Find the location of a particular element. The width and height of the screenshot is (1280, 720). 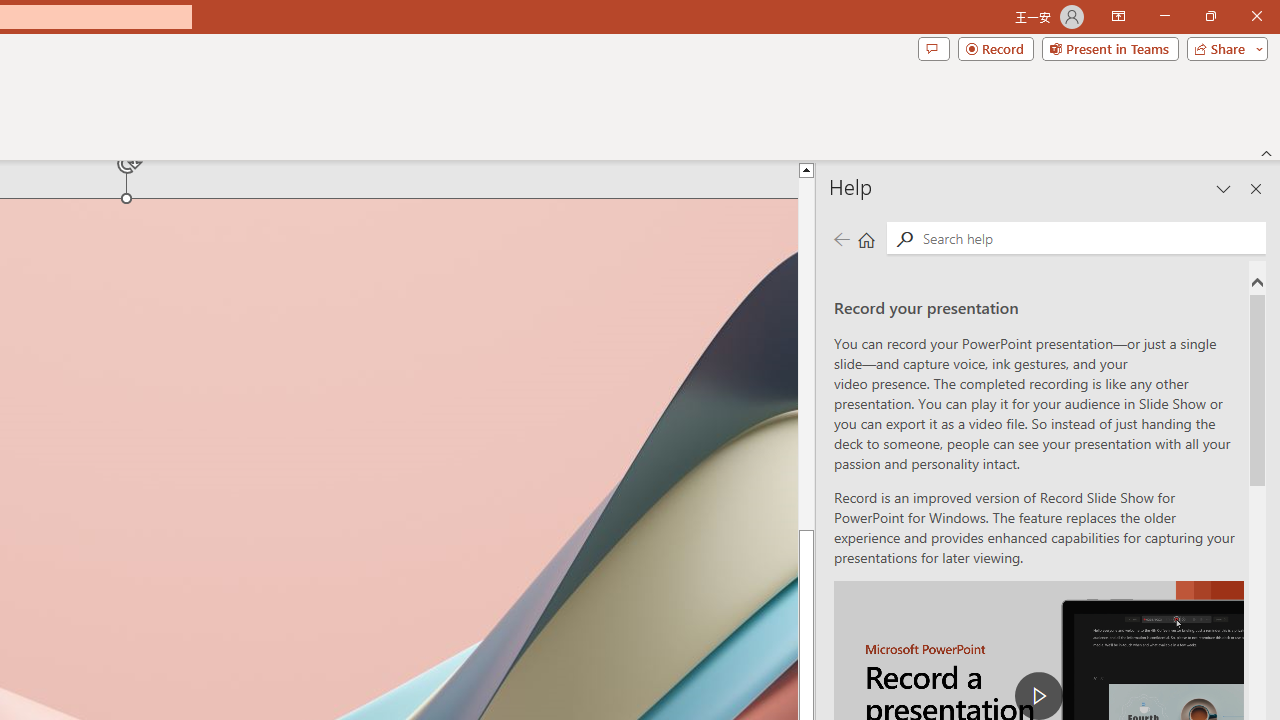

'Minimize' is located at coordinates (1164, 16).